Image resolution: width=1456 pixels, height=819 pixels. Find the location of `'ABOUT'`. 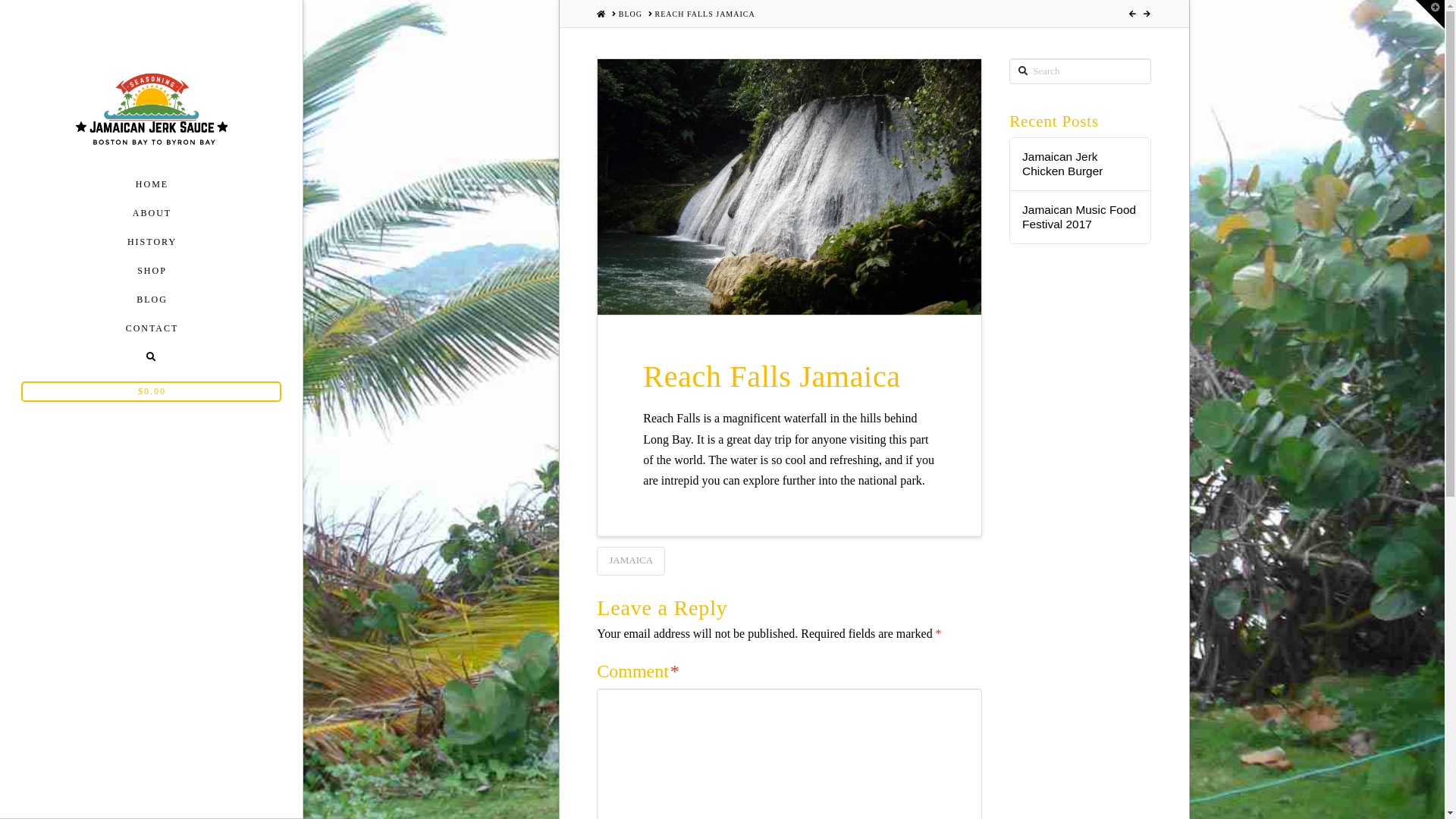

'ABOUT' is located at coordinates (151, 213).